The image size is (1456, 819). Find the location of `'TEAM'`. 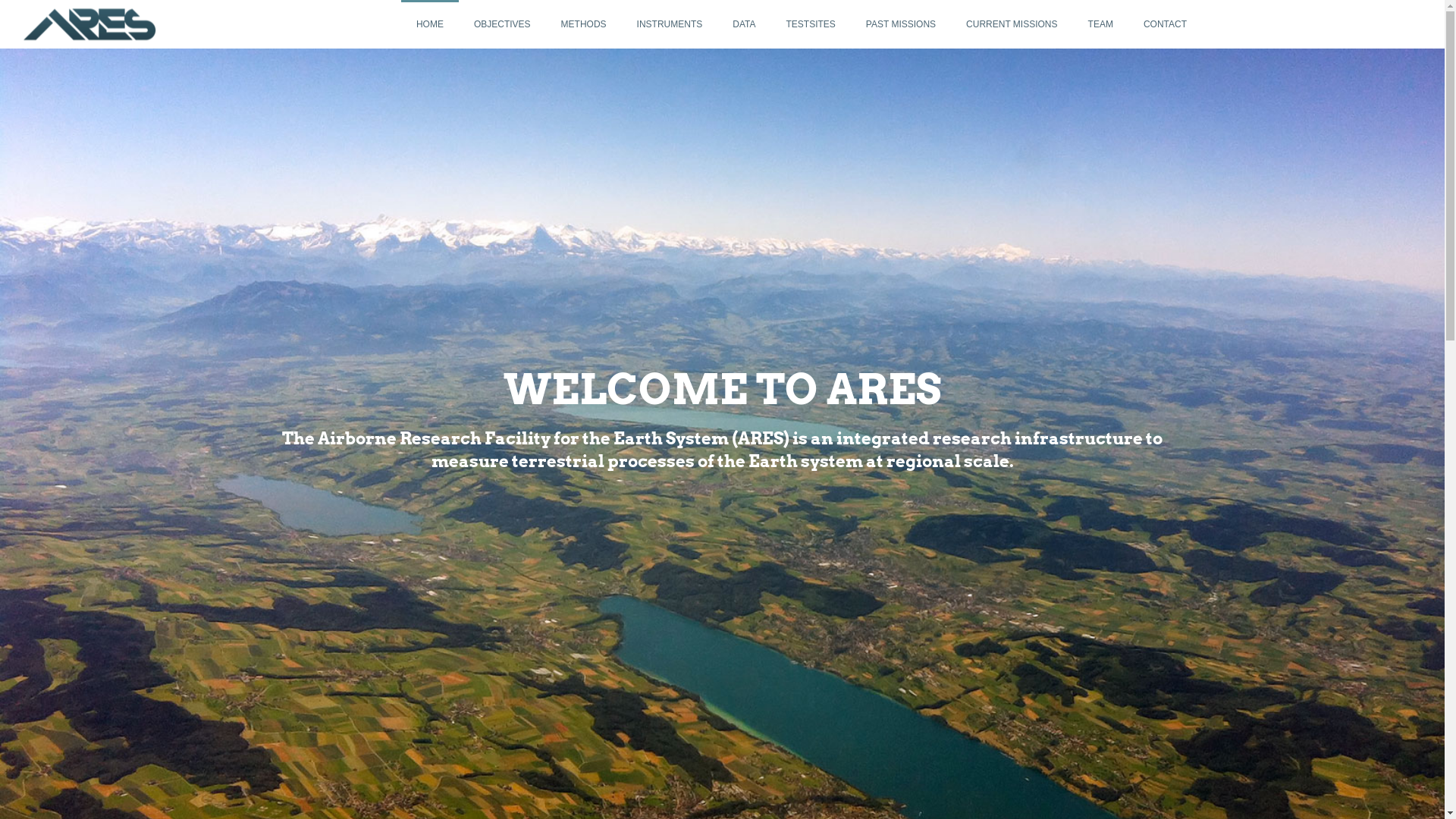

'TEAM' is located at coordinates (1100, 24).